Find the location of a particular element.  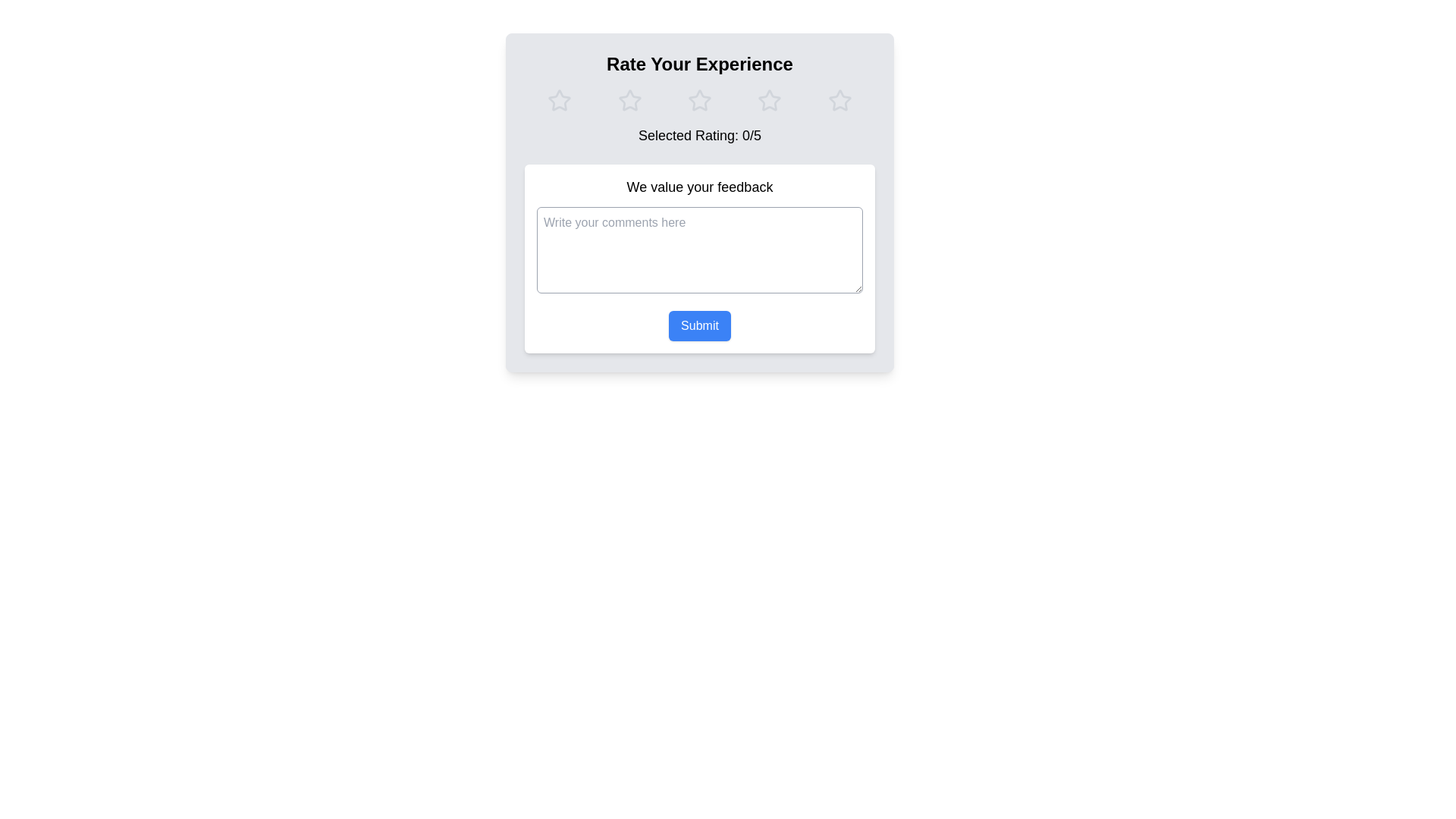

the fifth star in the rating system to give a 5-star rating is located at coordinates (839, 100).